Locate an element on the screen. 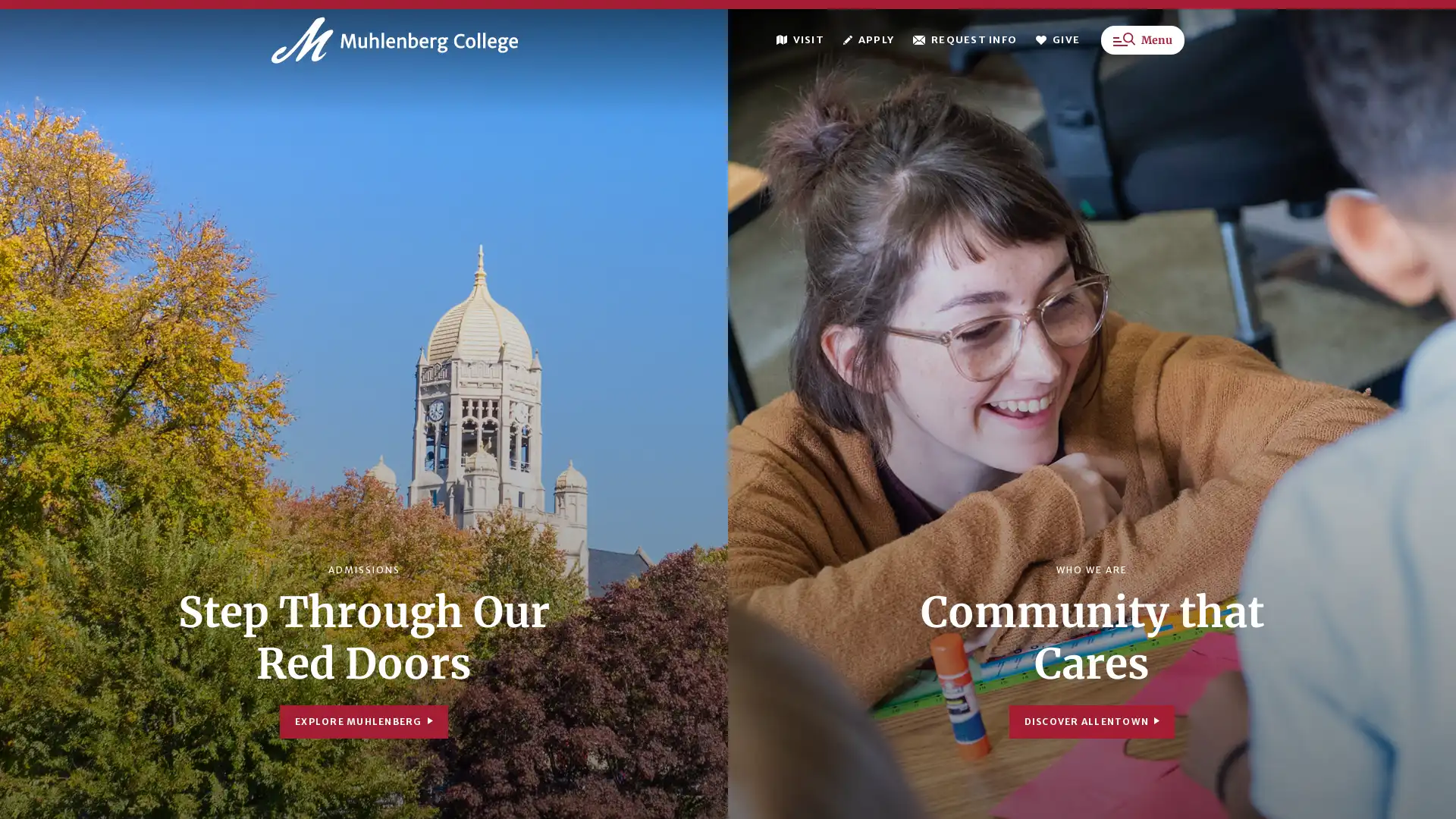 Image resolution: width=1456 pixels, height=819 pixels. Menu is located at coordinates (1143, 51).